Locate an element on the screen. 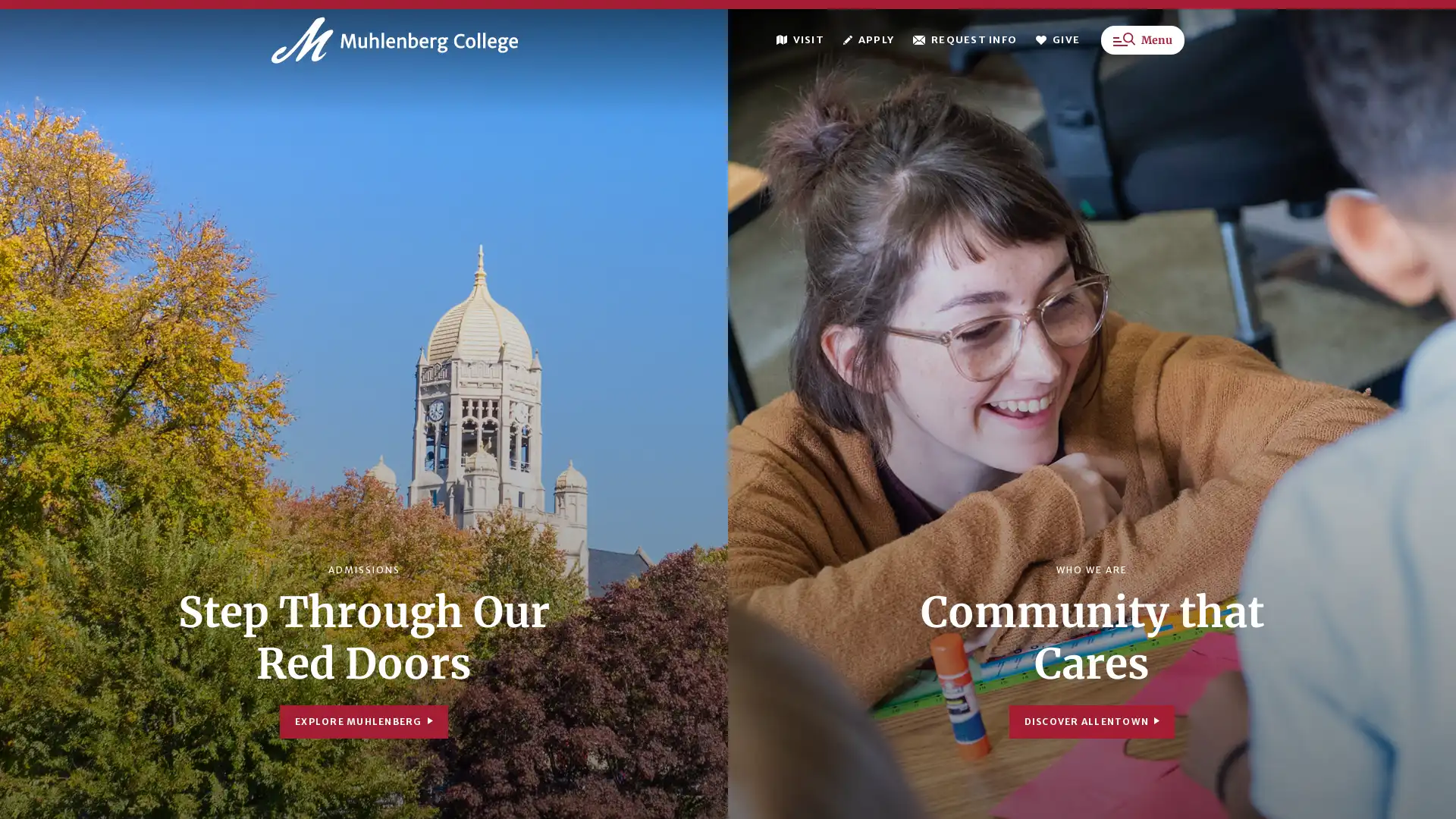 Image resolution: width=1456 pixels, height=819 pixels. Menu is located at coordinates (1143, 51).